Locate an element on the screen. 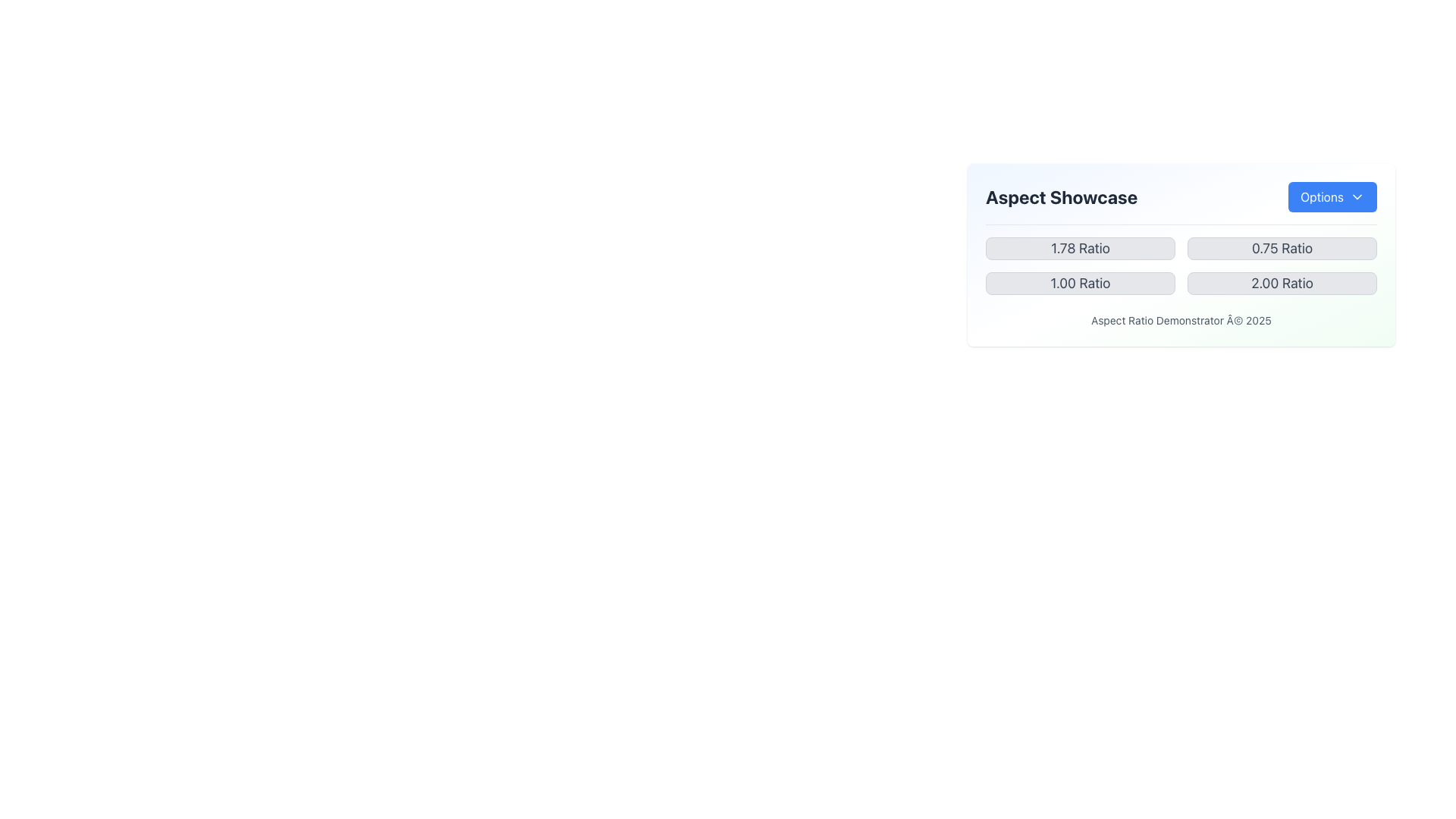  the visual indicator icon located at the right end of the blue rectangular 'Options' button is located at coordinates (1357, 196).